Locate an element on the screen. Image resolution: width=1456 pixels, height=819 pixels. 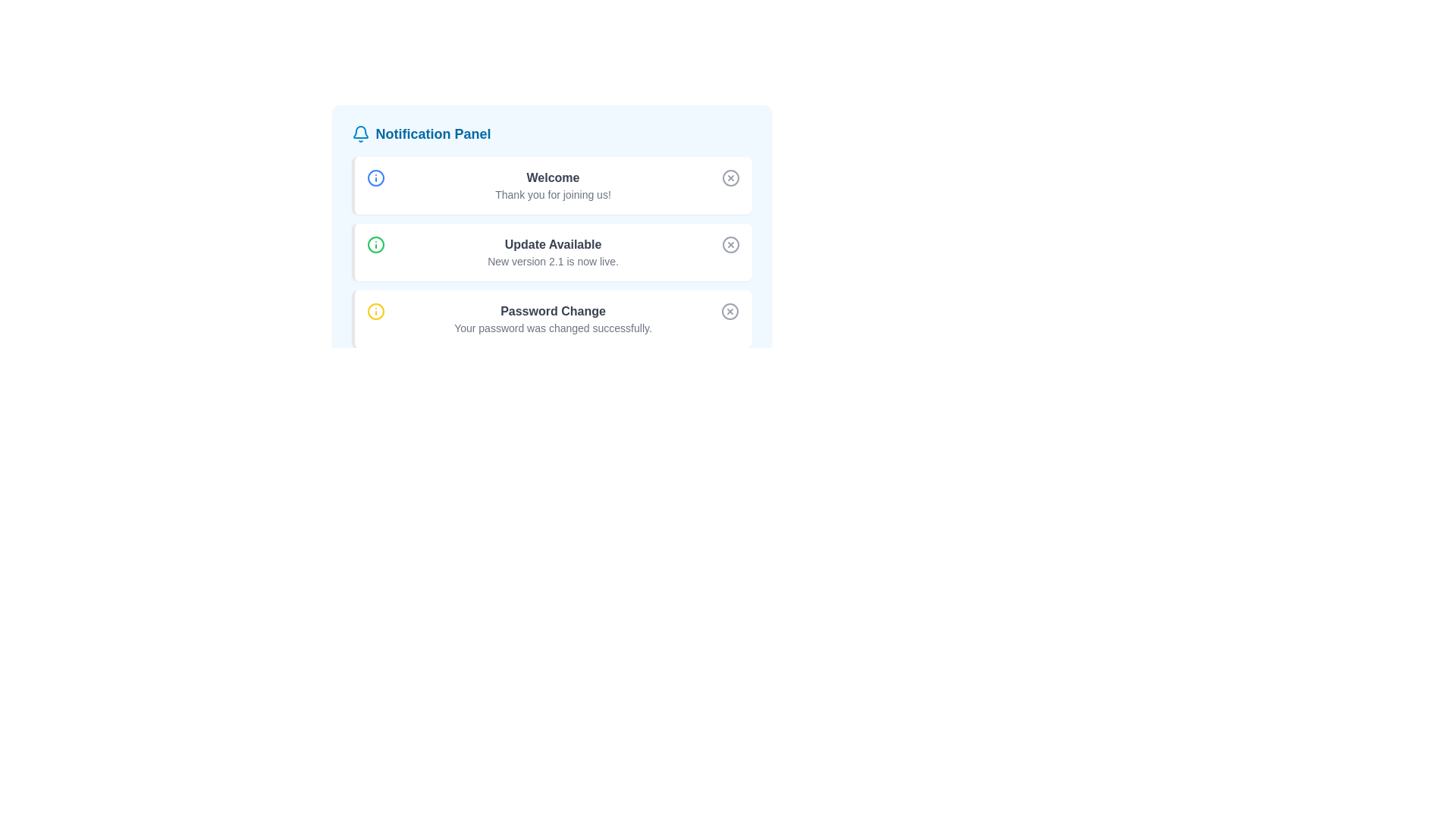
the alert box styled with a white background and a green border that displays 'Update Available' to interact with it is located at coordinates (551, 251).